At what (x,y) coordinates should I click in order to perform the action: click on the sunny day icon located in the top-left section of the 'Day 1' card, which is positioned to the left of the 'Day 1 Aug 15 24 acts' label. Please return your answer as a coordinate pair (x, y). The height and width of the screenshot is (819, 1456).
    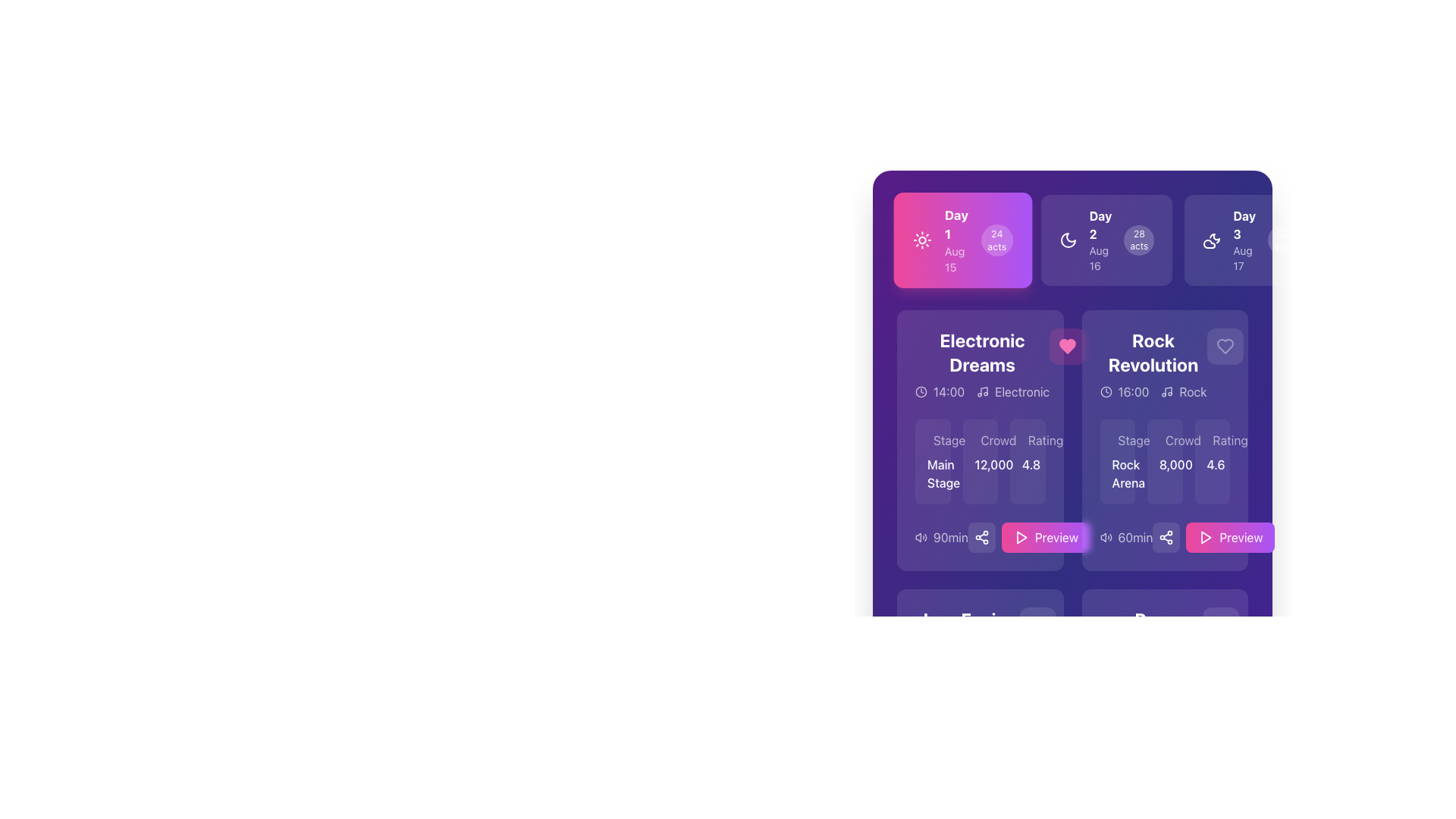
    Looking at the image, I should click on (921, 239).